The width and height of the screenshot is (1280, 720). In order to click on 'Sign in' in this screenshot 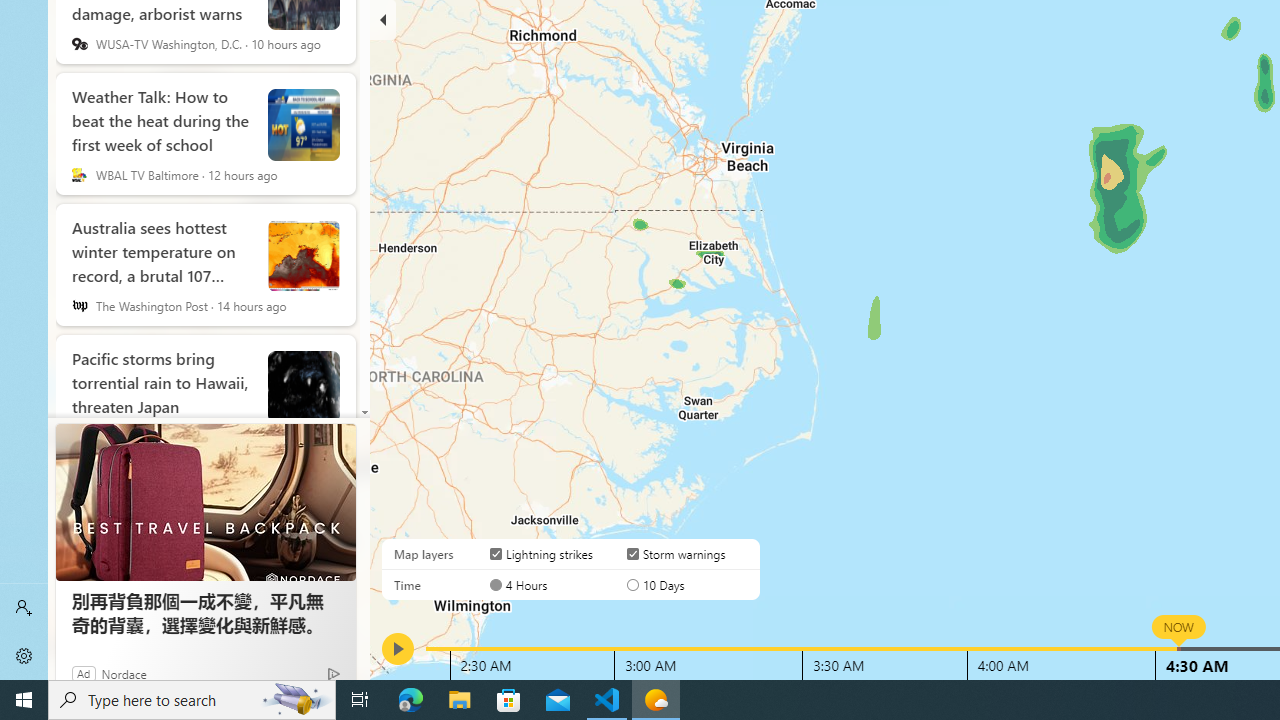, I will do `click(24, 607)`.